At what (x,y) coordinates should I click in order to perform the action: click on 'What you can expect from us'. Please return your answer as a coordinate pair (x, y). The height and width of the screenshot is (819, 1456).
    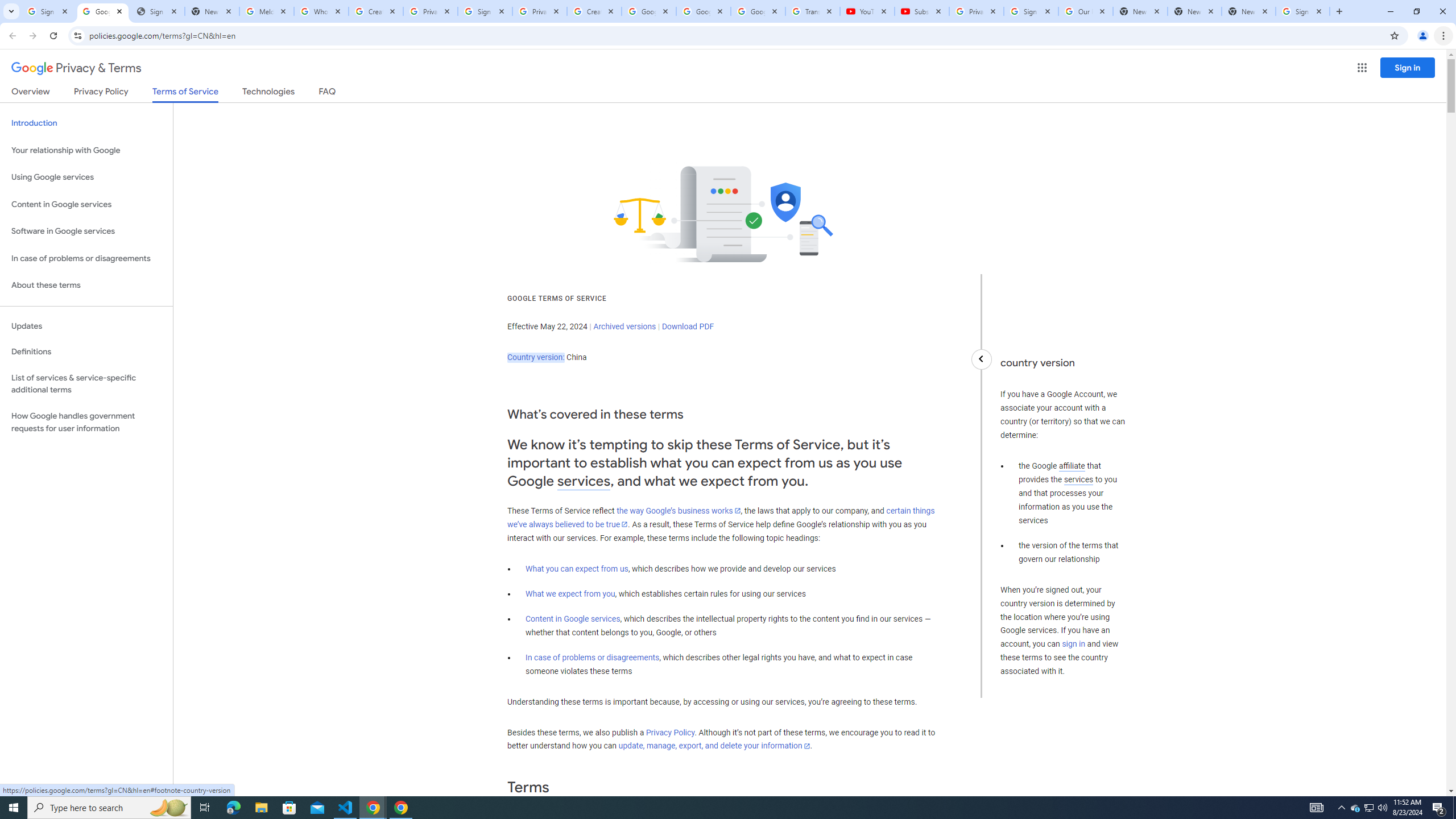
    Looking at the image, I should click on (577, 568).